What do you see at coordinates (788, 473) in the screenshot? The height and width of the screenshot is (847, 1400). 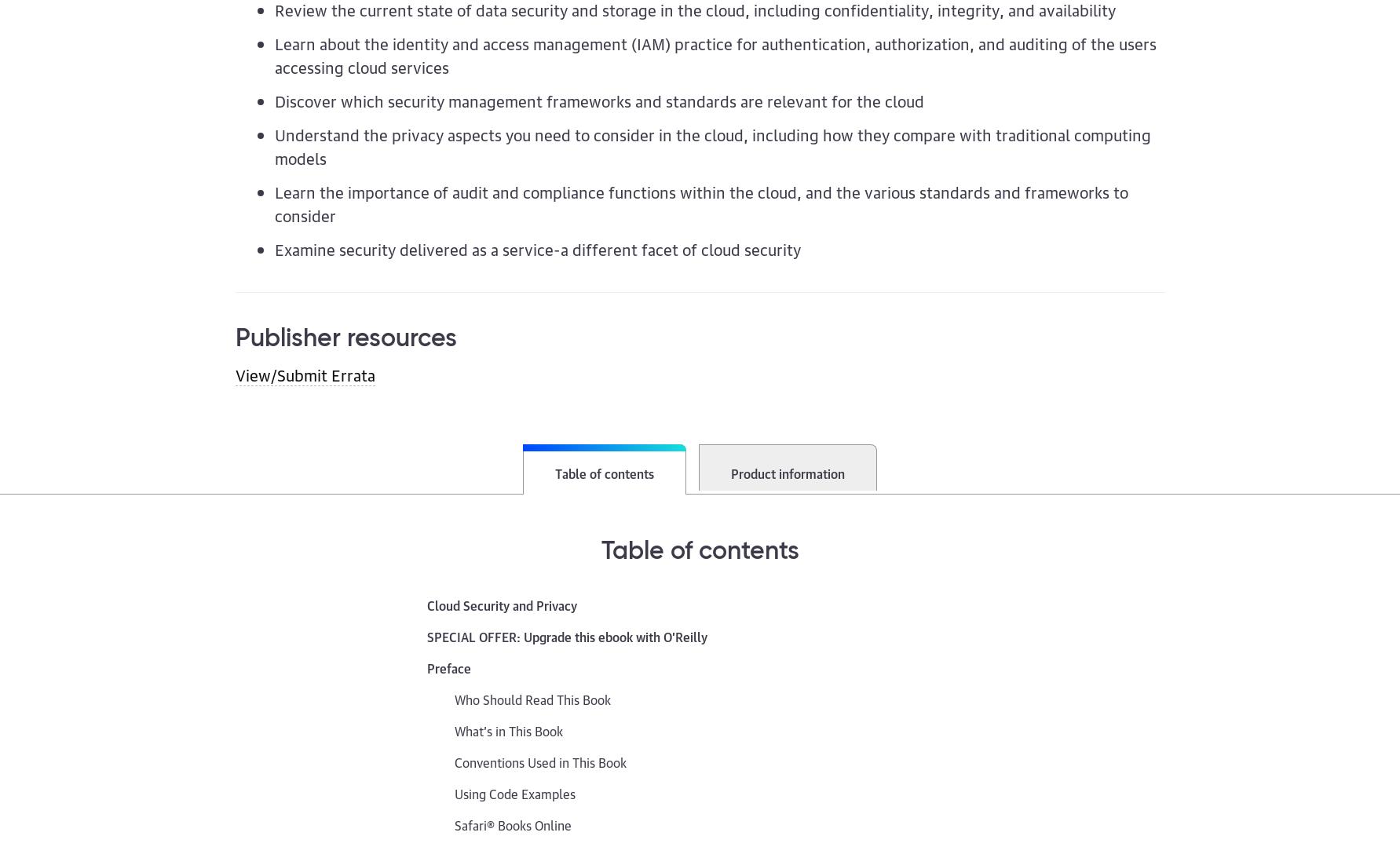 I see `'Product information'` at bounding box center [788, 473].